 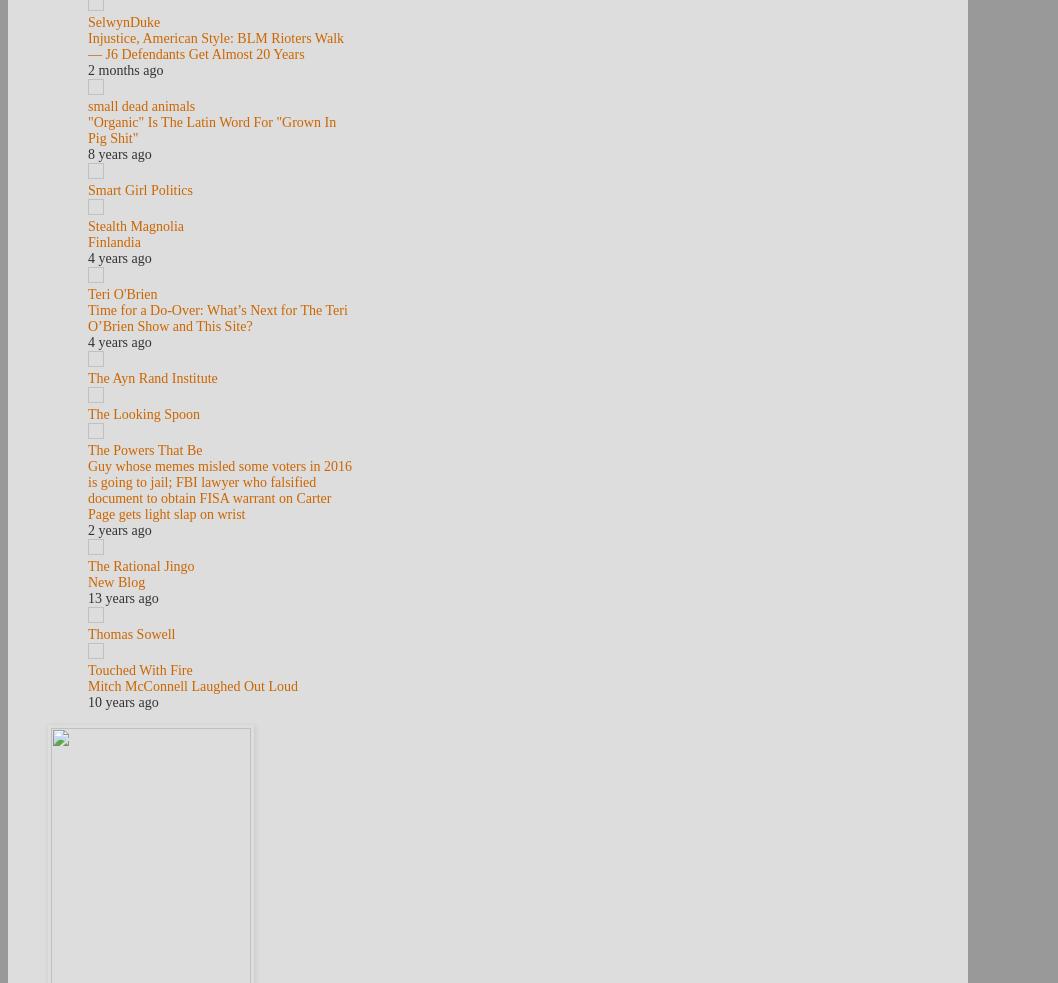 What do you see at coordinates (115, 582) in the screenshot?
I see `'New Blog'` at bounding box center [115, 582].